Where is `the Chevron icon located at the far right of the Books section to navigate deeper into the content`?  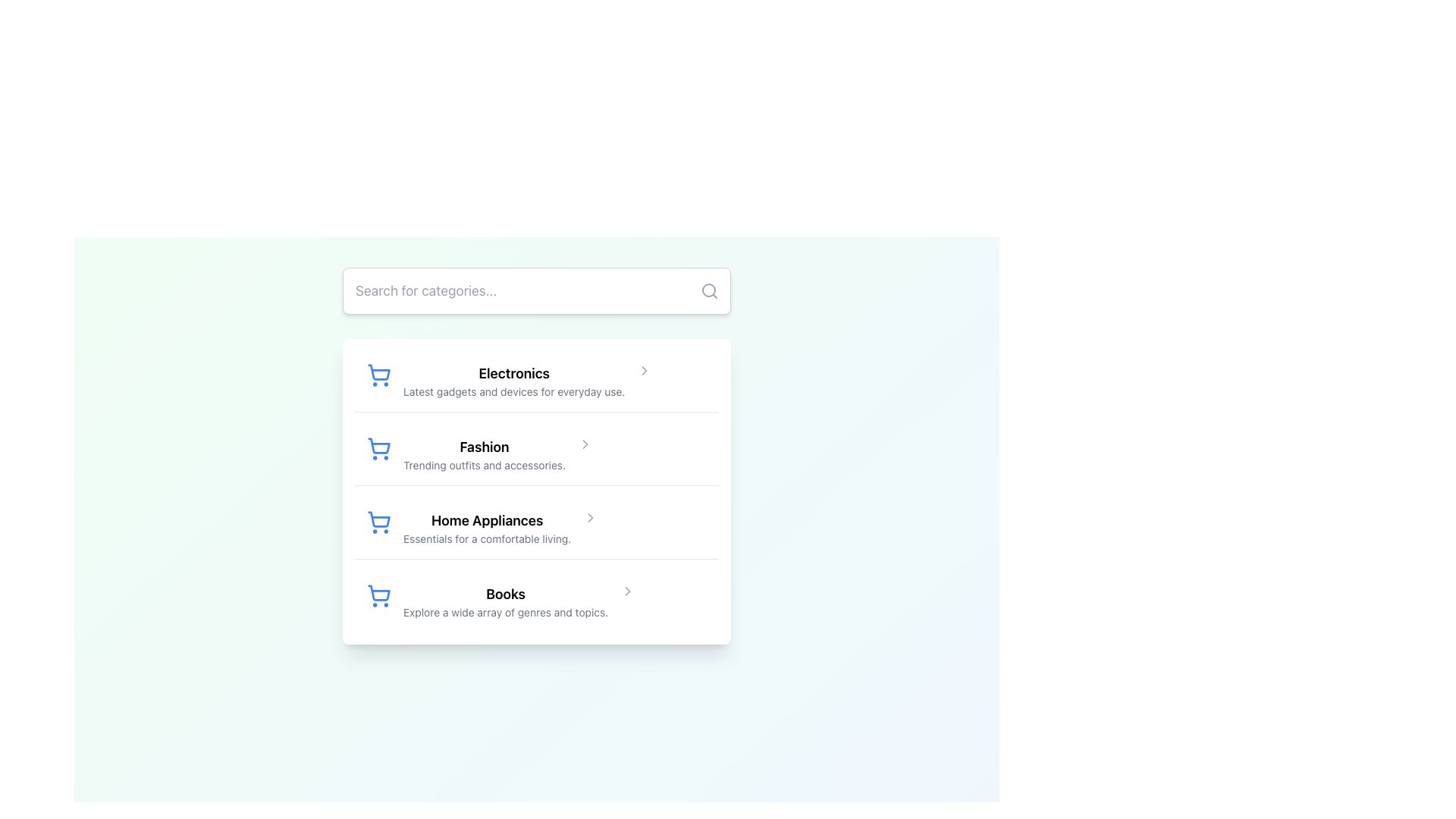 the Chevron icon located at the far right of the Books section to navigate deeper into the content is located at coordinates (628, 590).